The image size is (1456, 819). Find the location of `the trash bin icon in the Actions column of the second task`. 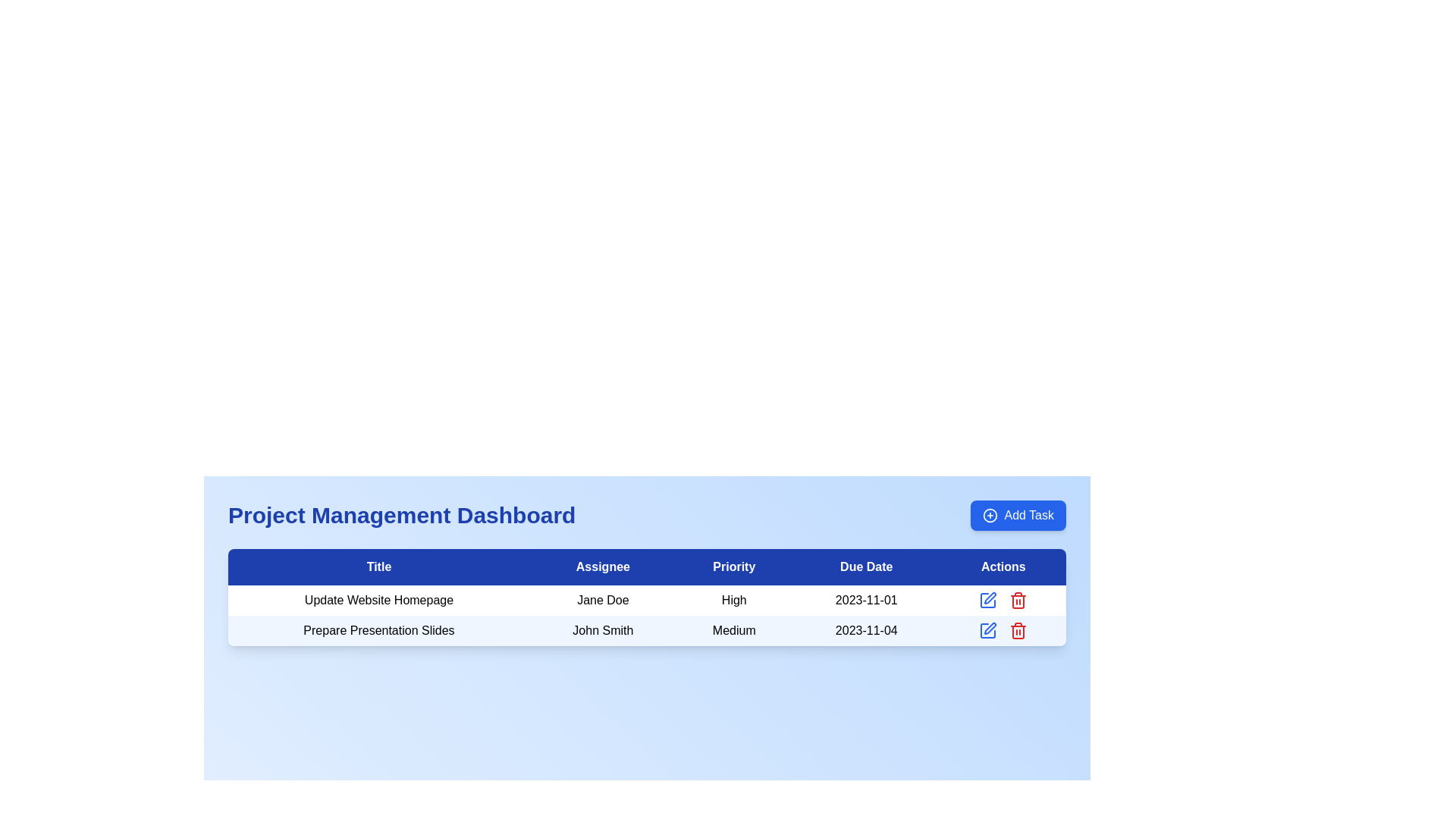

the trash bin icon in the Actions column of the second task is located at coordinates (1018, 599).